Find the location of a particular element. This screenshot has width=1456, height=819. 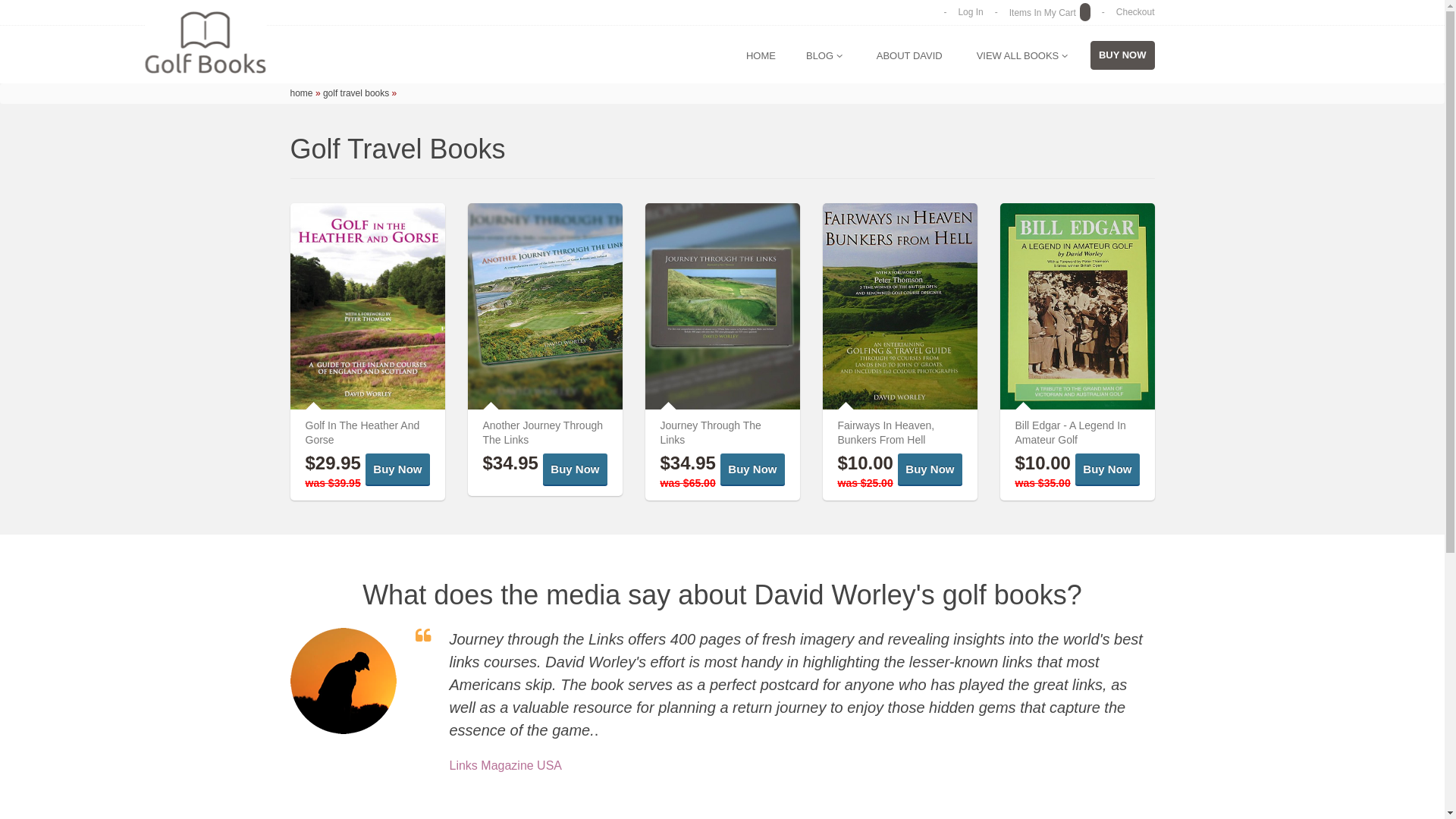

'Log In' is located at coordinates (956, 11).